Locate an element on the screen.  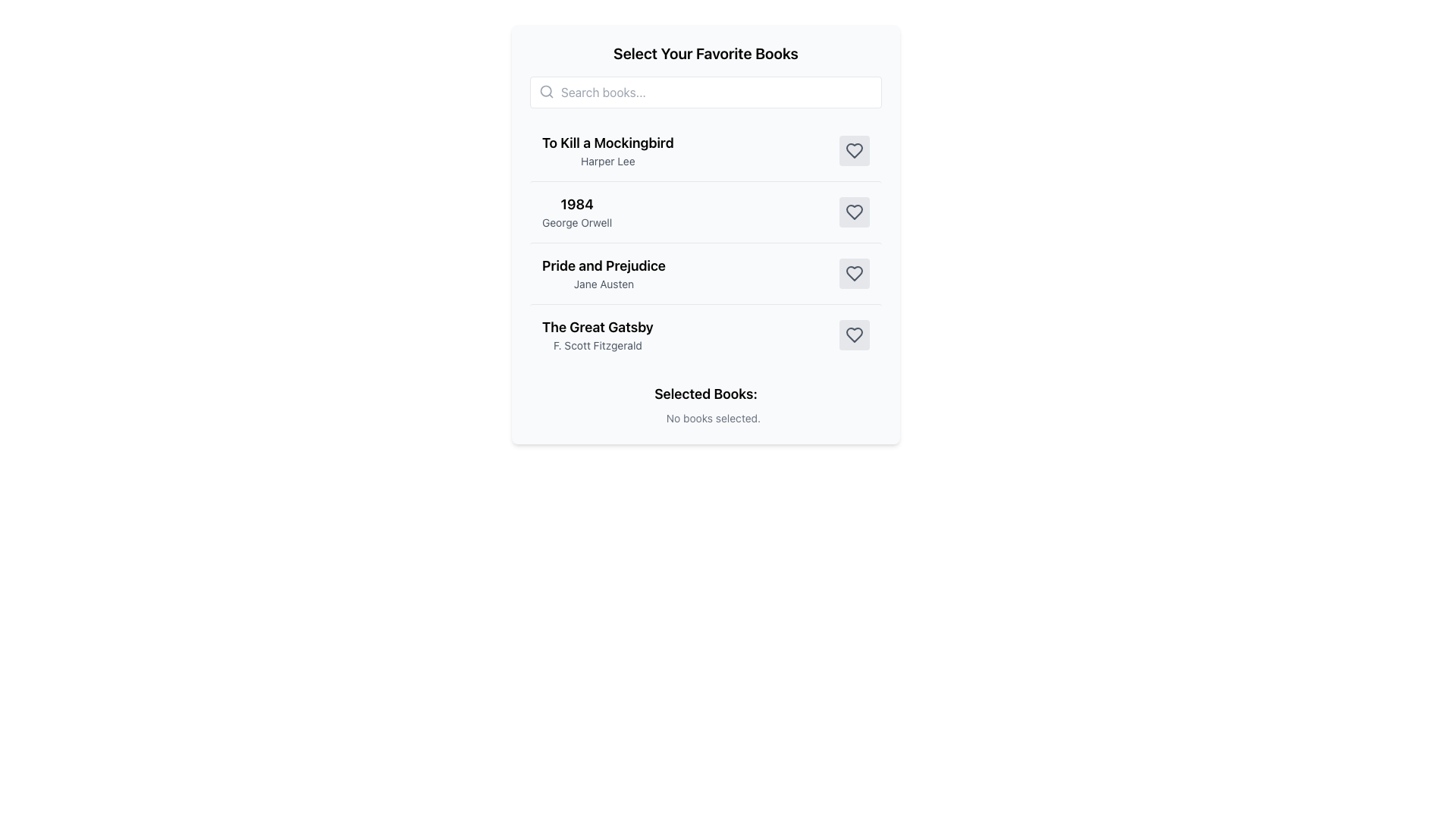
the text display element showing the book title 'To Kill a Mockingbird' and author 'Harper Lee' is located at coordinates (607, 151).